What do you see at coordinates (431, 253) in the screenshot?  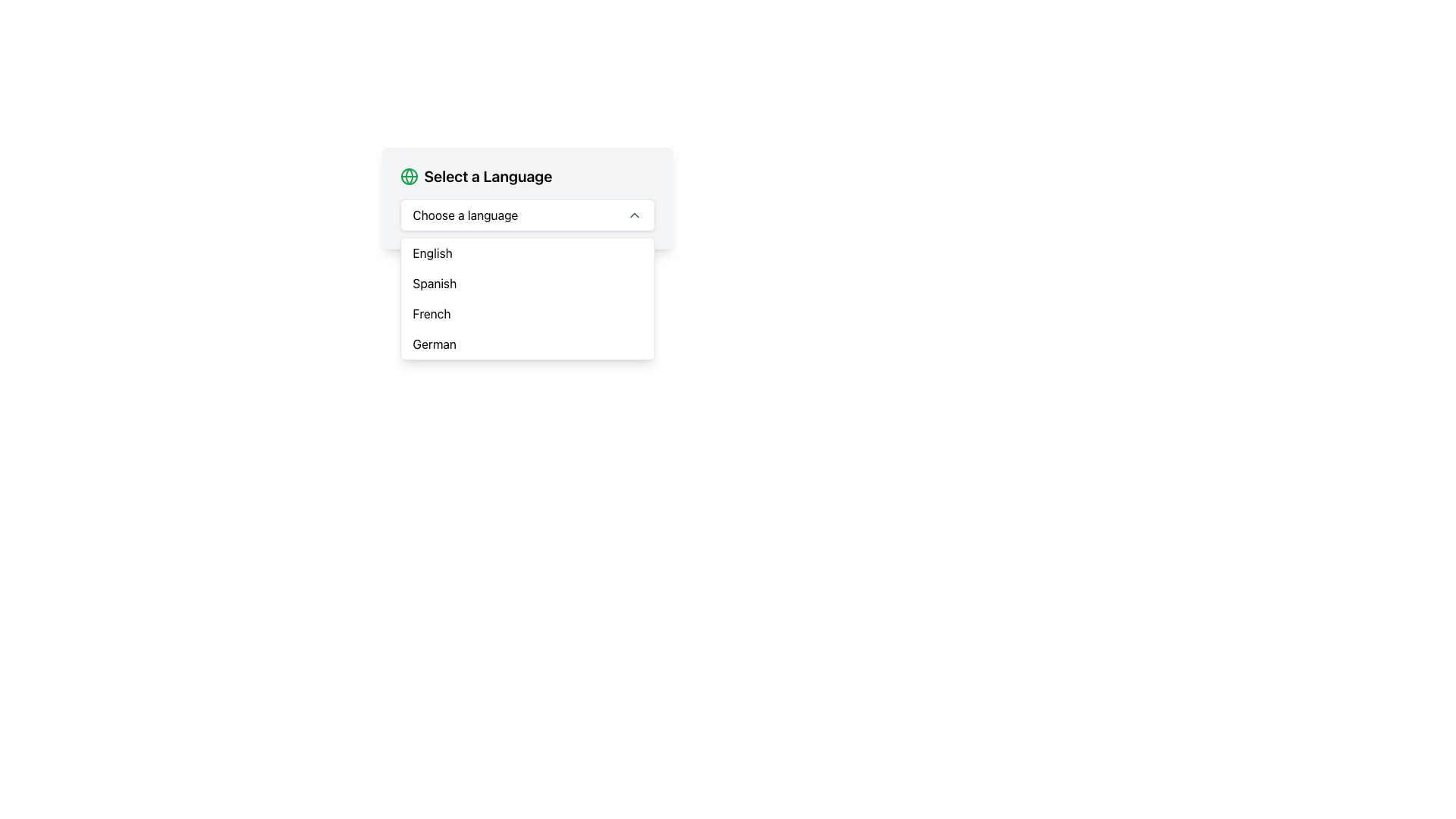 I see `the first language option in the dropdown list labeled 'Choose a language'` at bounding box center [431, 253].